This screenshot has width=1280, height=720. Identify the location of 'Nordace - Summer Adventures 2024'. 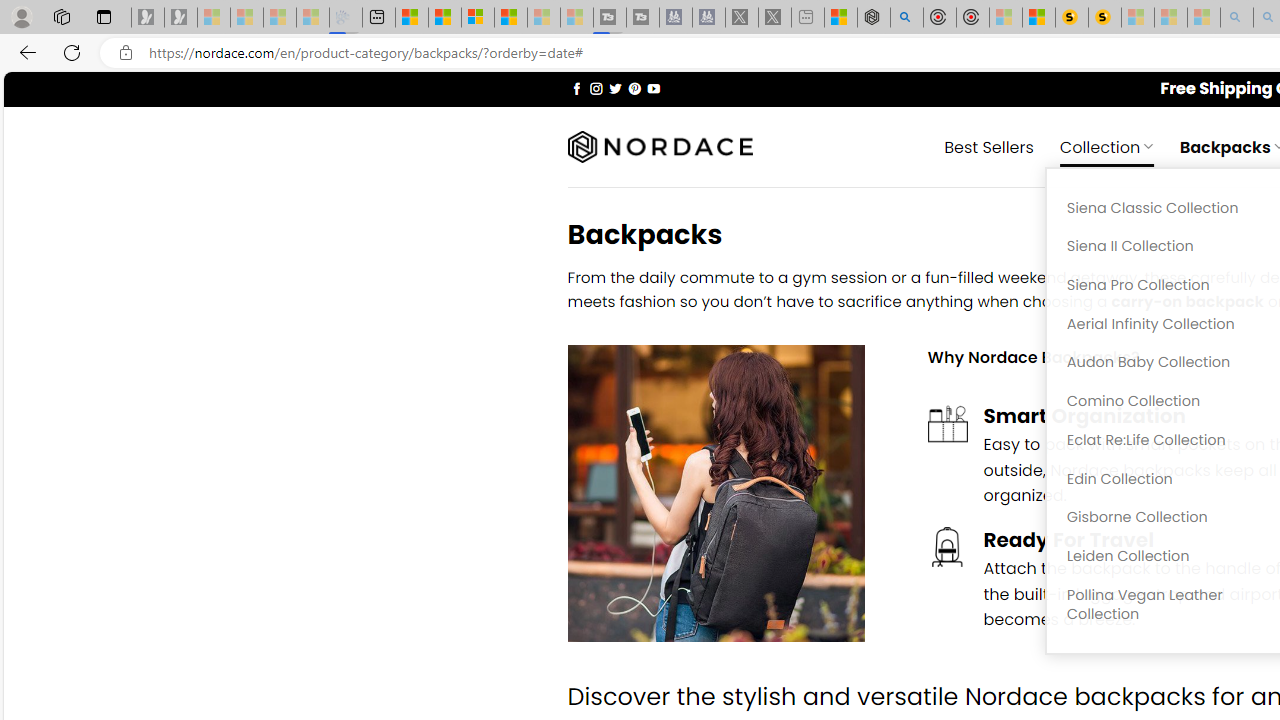
(873, 17).